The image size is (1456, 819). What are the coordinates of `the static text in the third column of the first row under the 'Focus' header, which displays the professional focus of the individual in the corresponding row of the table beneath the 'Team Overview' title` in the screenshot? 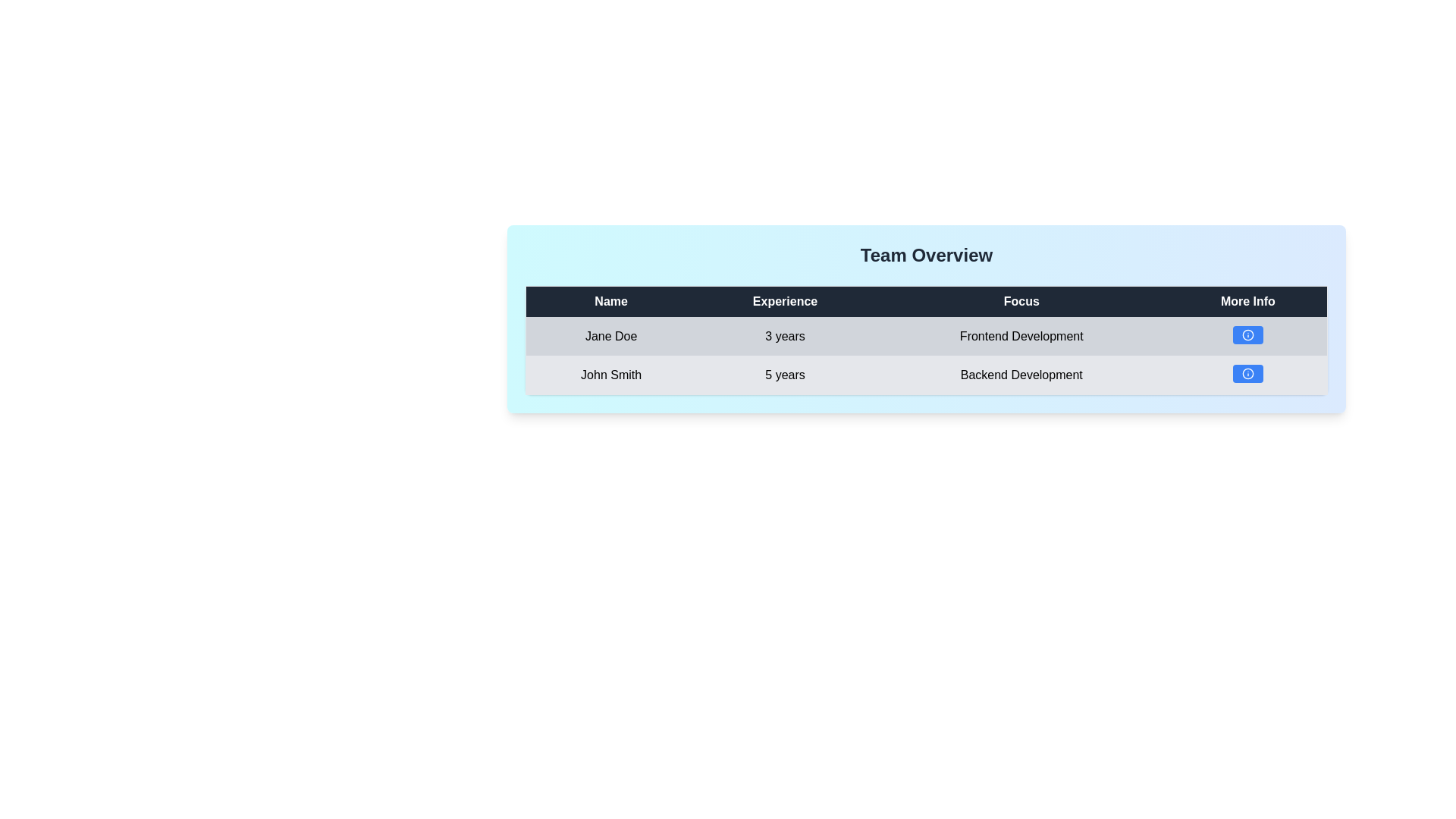 It's located at (1021, 335).